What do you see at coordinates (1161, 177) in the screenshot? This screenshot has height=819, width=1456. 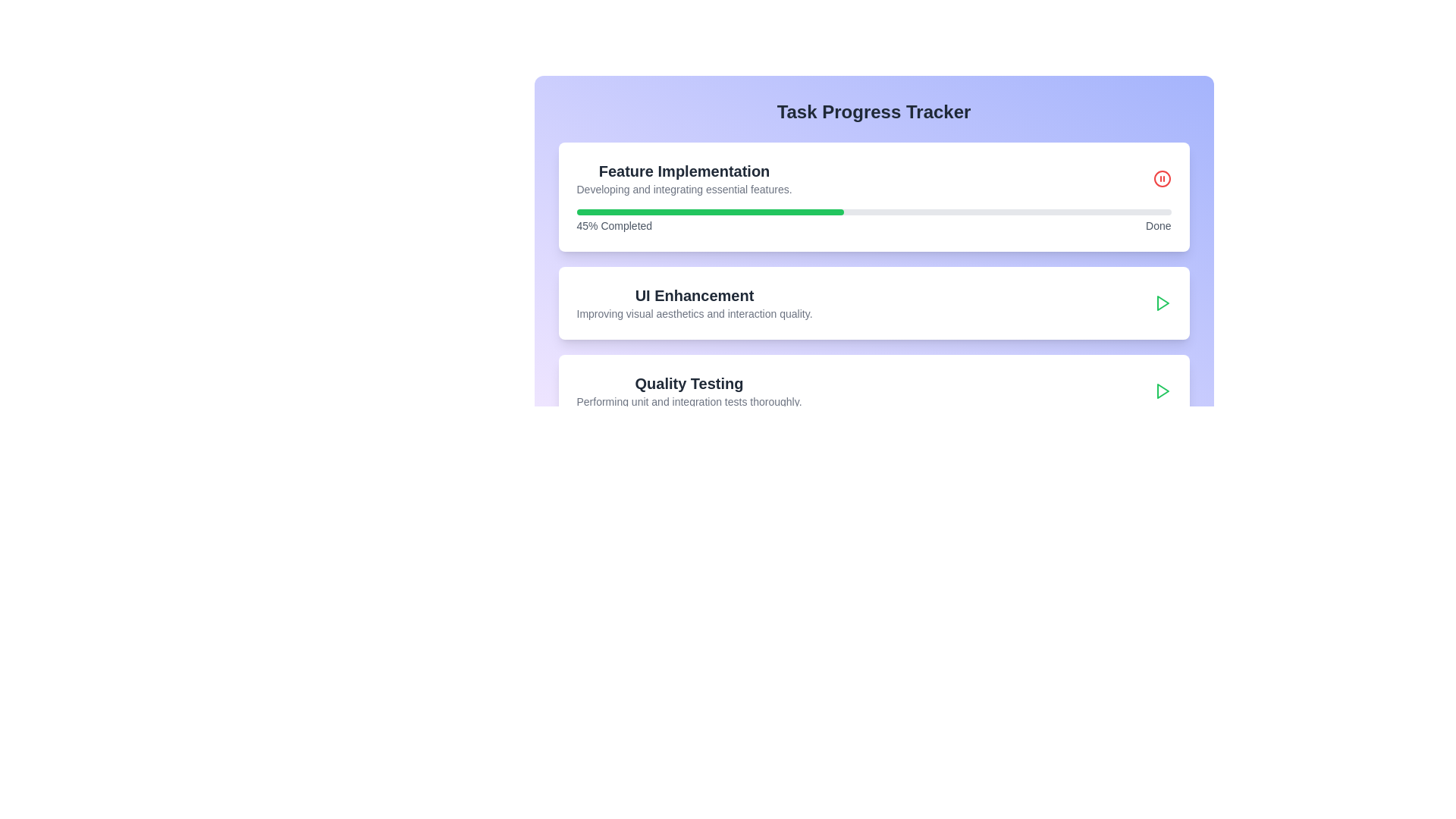 I see `the button positioned at the far right of the 'Feature Implementation' card` at bounding box center [1161, 177].